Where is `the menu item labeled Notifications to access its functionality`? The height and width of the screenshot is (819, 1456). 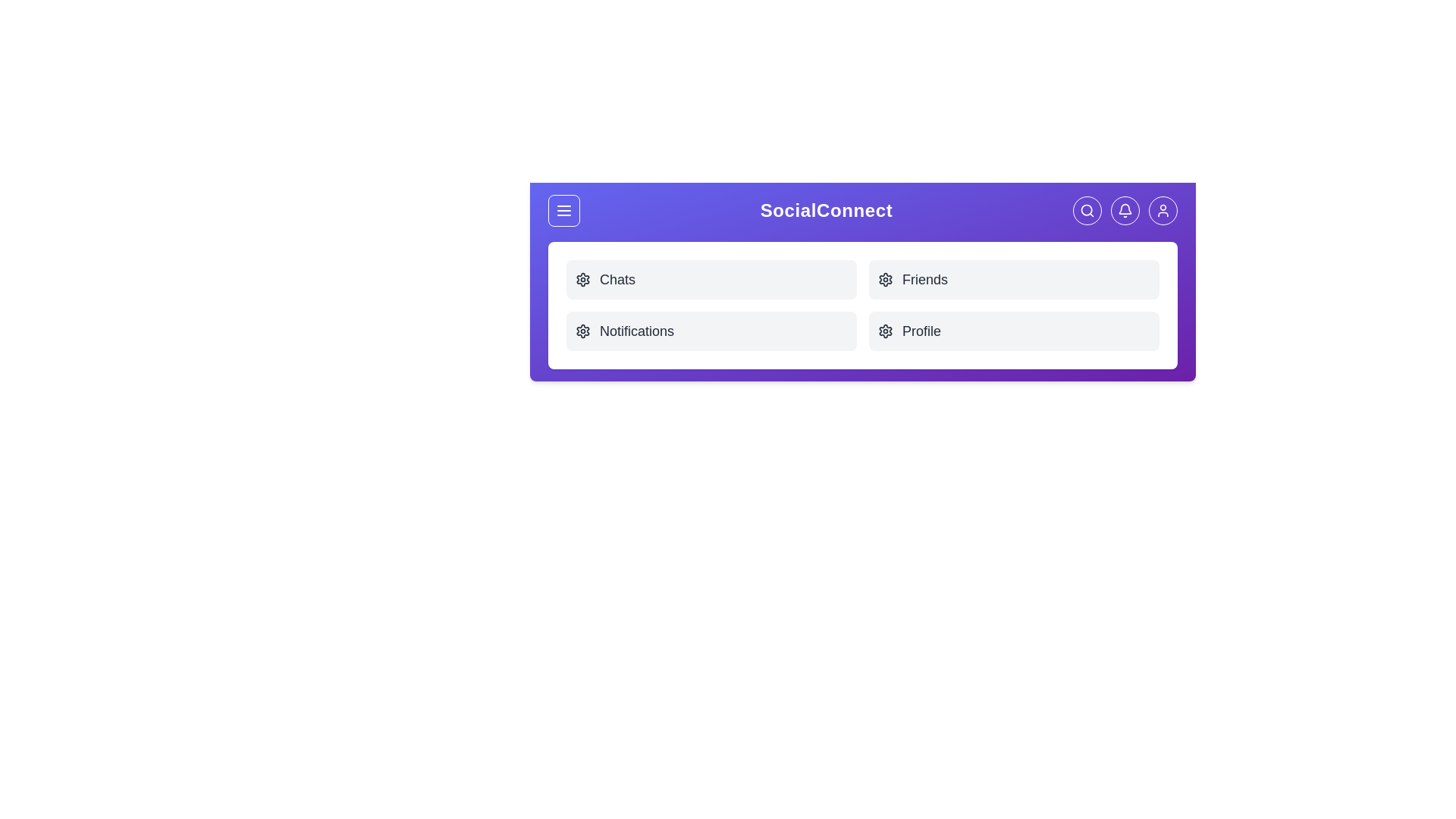 the menu item labeled Notifications to access its functionality is located at coordinates (711, 330).